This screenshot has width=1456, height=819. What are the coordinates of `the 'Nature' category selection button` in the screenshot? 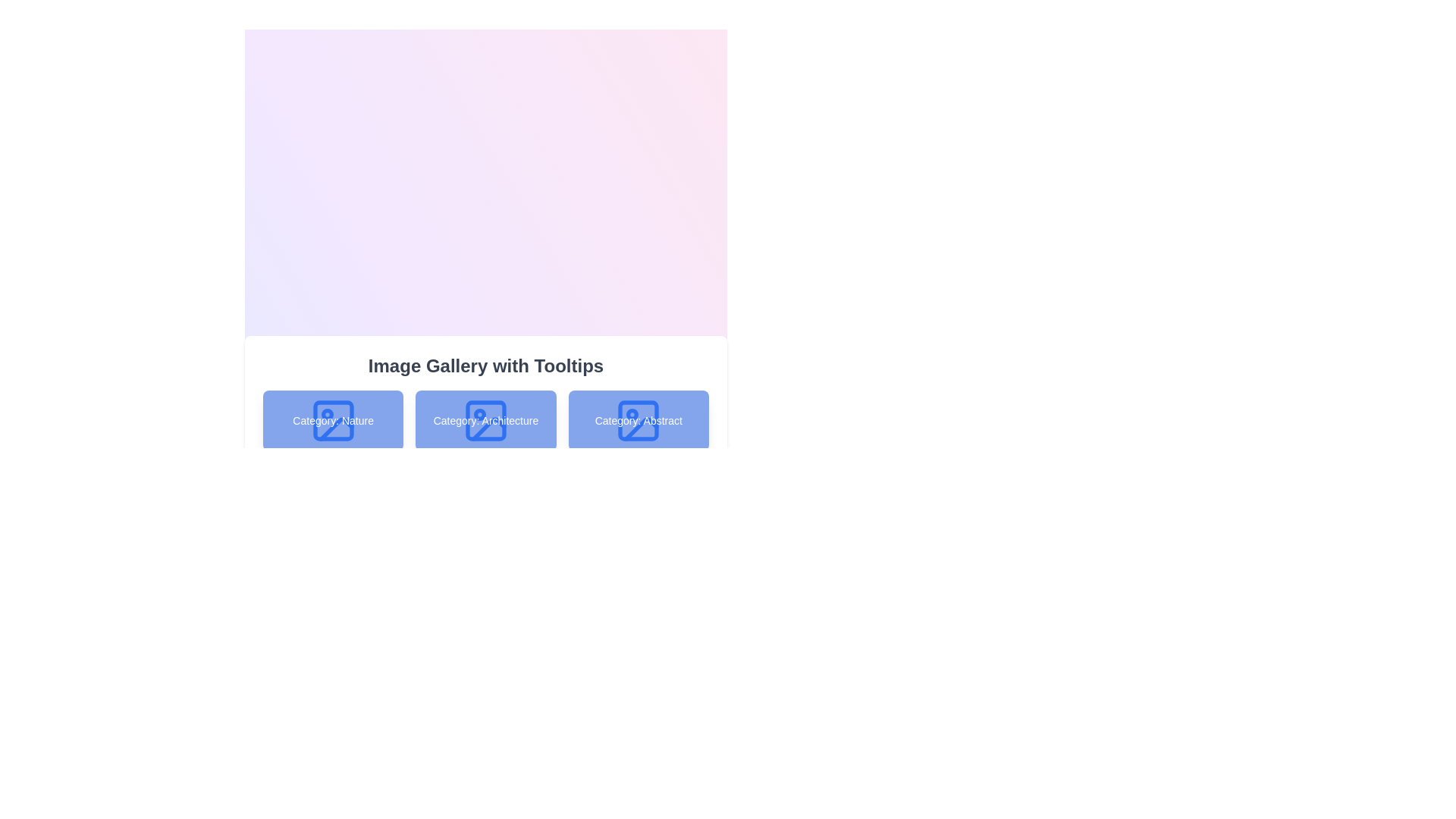 It's located at (332, 421).